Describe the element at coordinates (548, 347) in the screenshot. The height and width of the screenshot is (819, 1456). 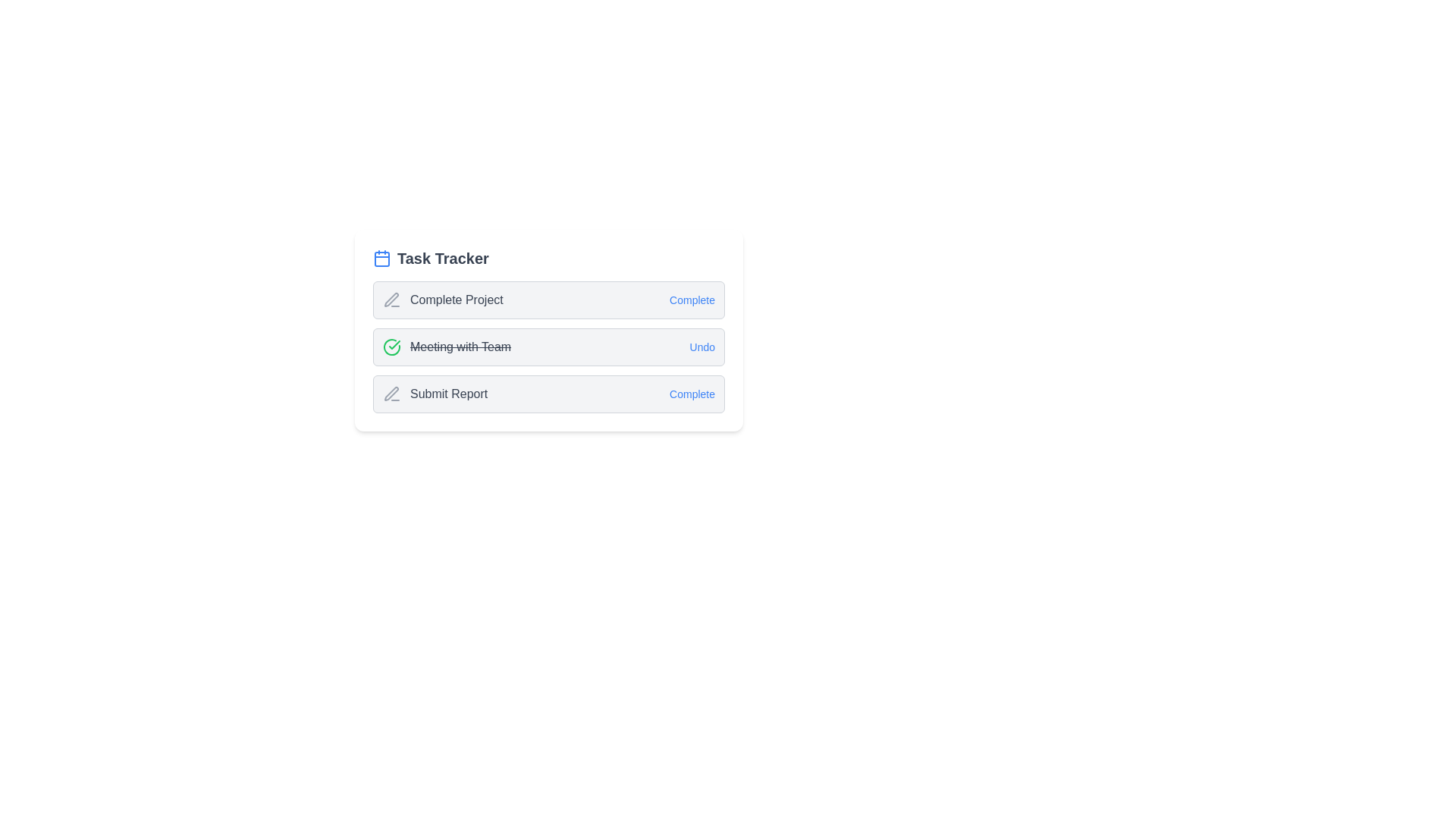
I see `the second task row in the task tracker` at that location.